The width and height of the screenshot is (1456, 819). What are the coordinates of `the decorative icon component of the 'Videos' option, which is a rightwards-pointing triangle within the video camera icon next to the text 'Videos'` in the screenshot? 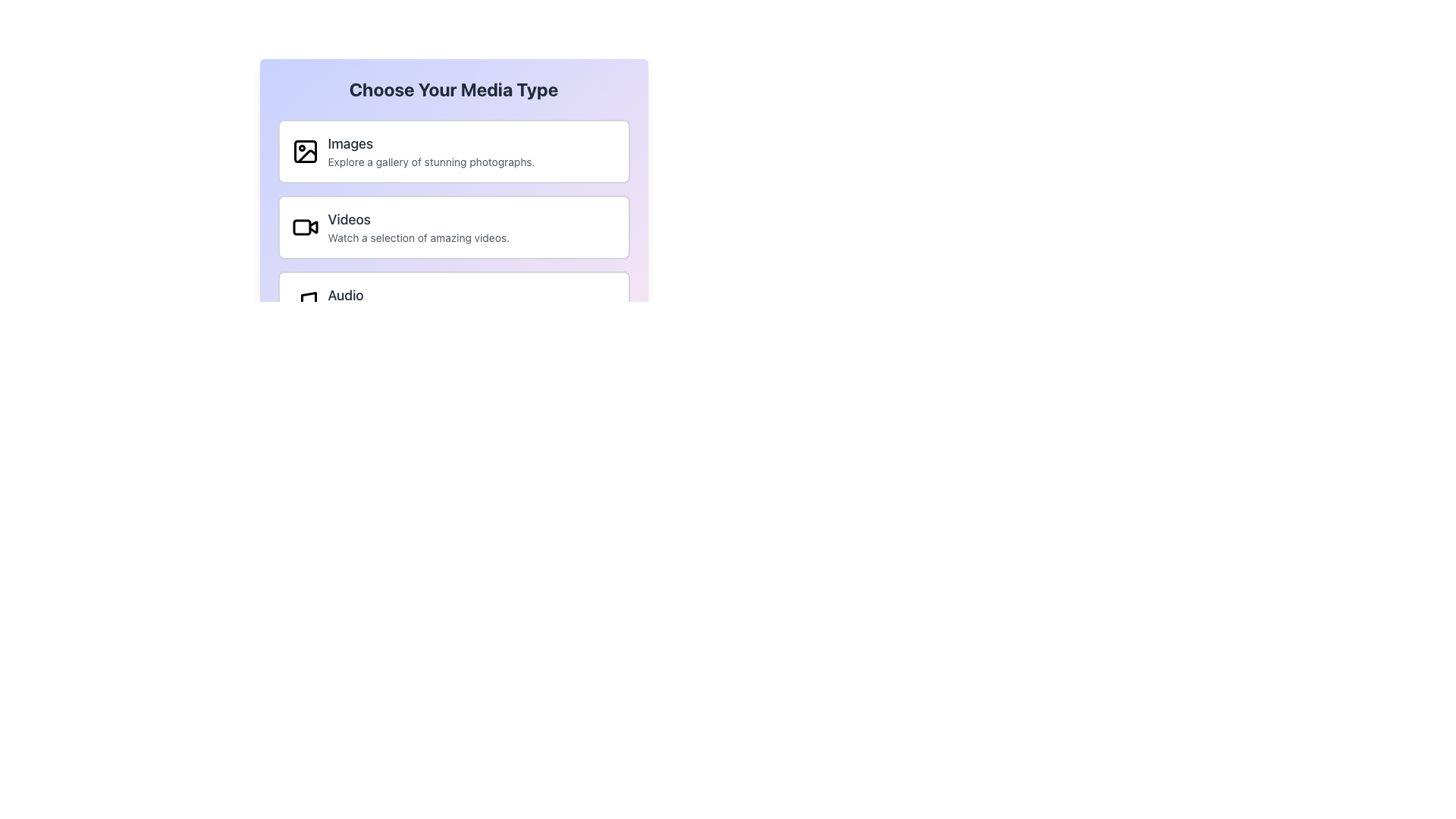 It's located at (312, 227).